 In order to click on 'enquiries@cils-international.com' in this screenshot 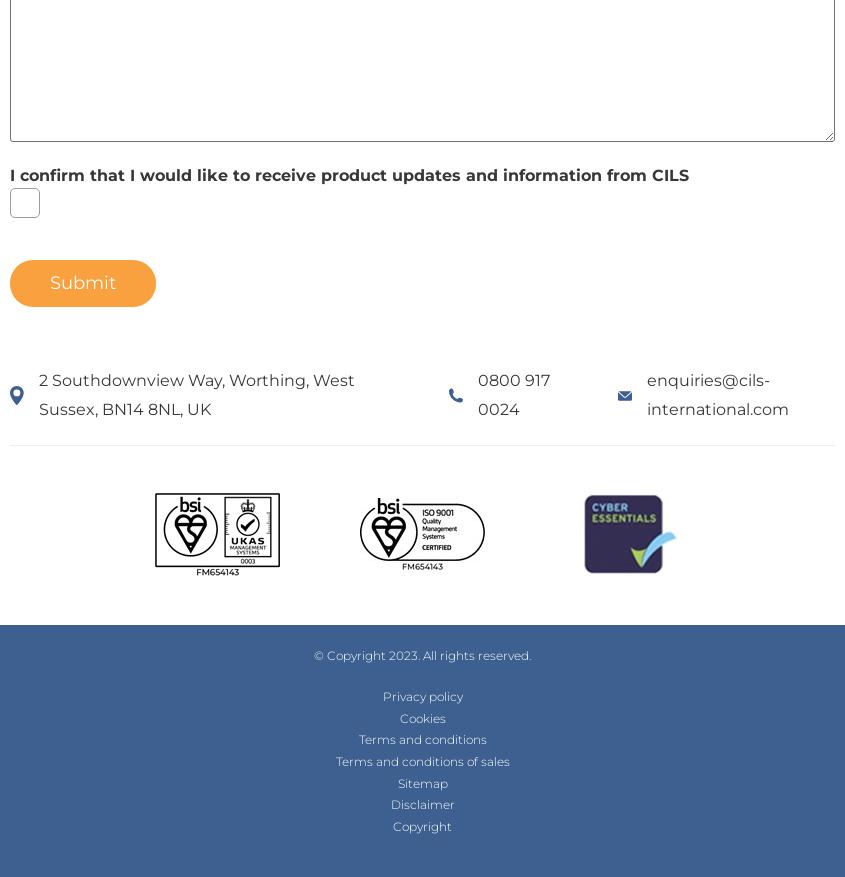, I will do `click(647, 393)`.